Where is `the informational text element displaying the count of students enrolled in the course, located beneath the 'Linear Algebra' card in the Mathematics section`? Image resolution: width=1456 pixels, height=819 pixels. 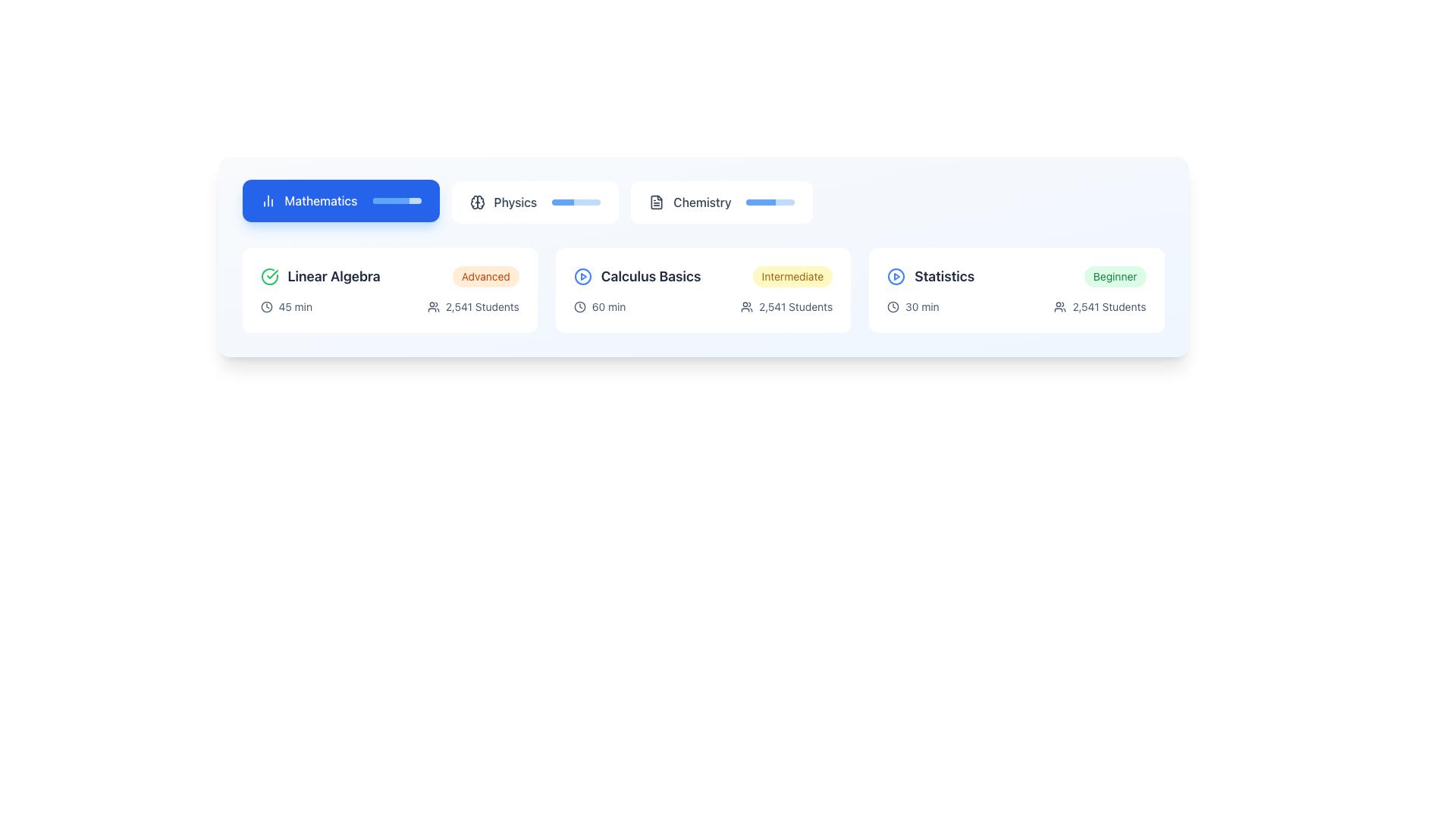
the informational text element displaying the count of students enrolled in the course, located beneath the 'Linear Algebra' card in the Mathematics section is located at coordinates (472, 307).